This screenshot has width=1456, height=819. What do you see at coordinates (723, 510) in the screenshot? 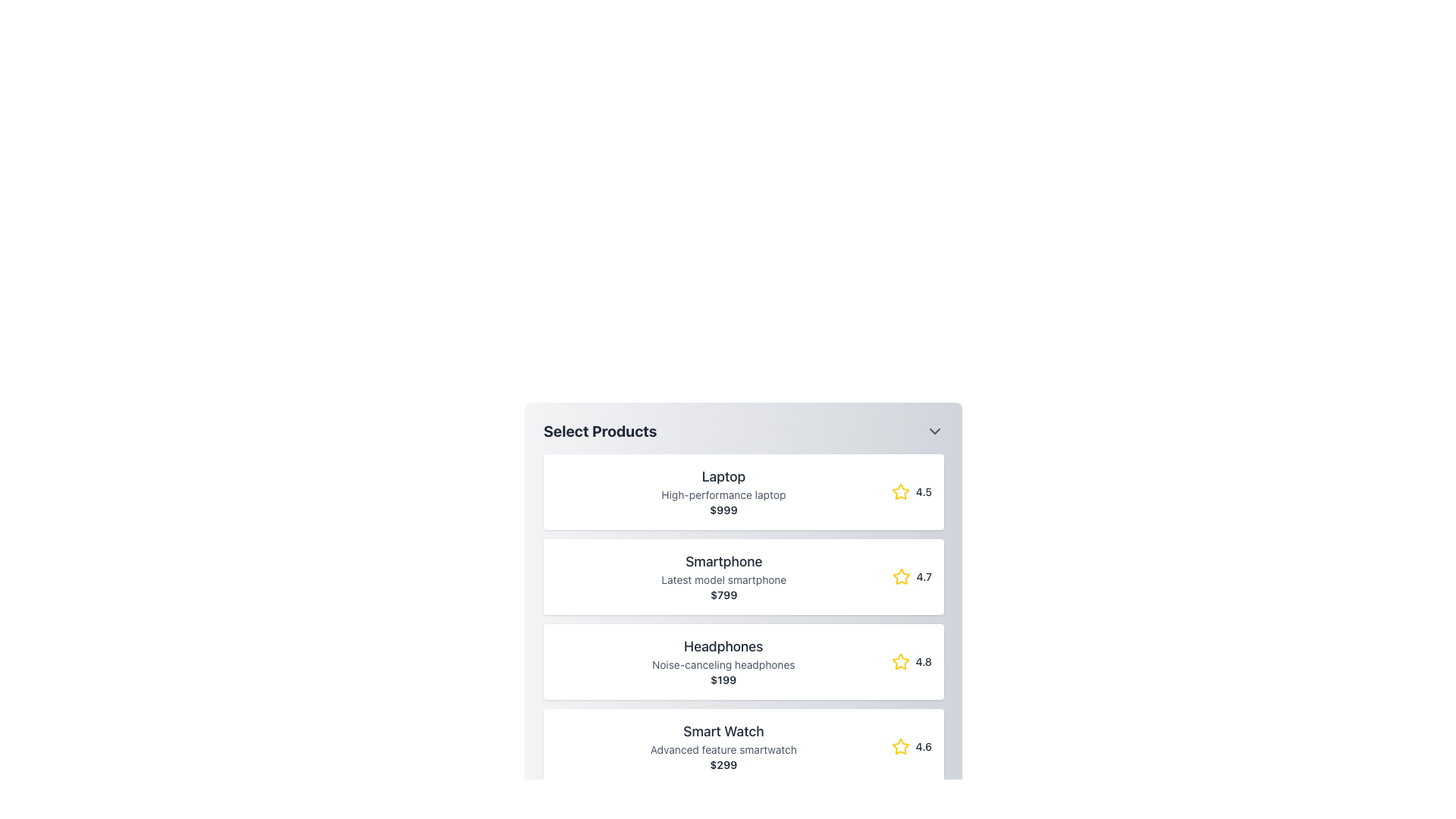
I see `the static text label displaying the price '$999' in the product description card for 'Laptop'` at bounding box center [723, 510].